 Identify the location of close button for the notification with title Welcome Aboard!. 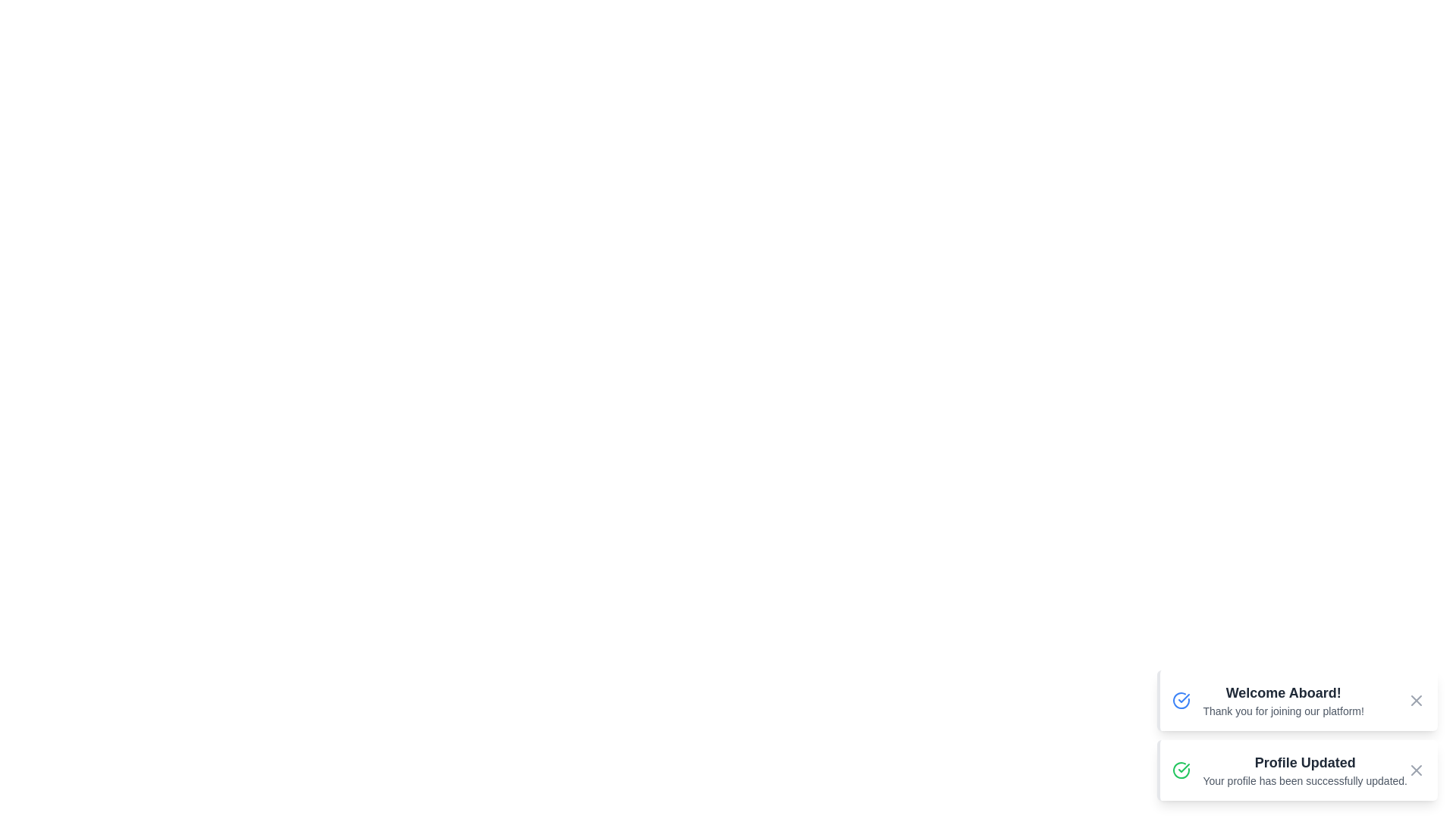
(1415, 701).